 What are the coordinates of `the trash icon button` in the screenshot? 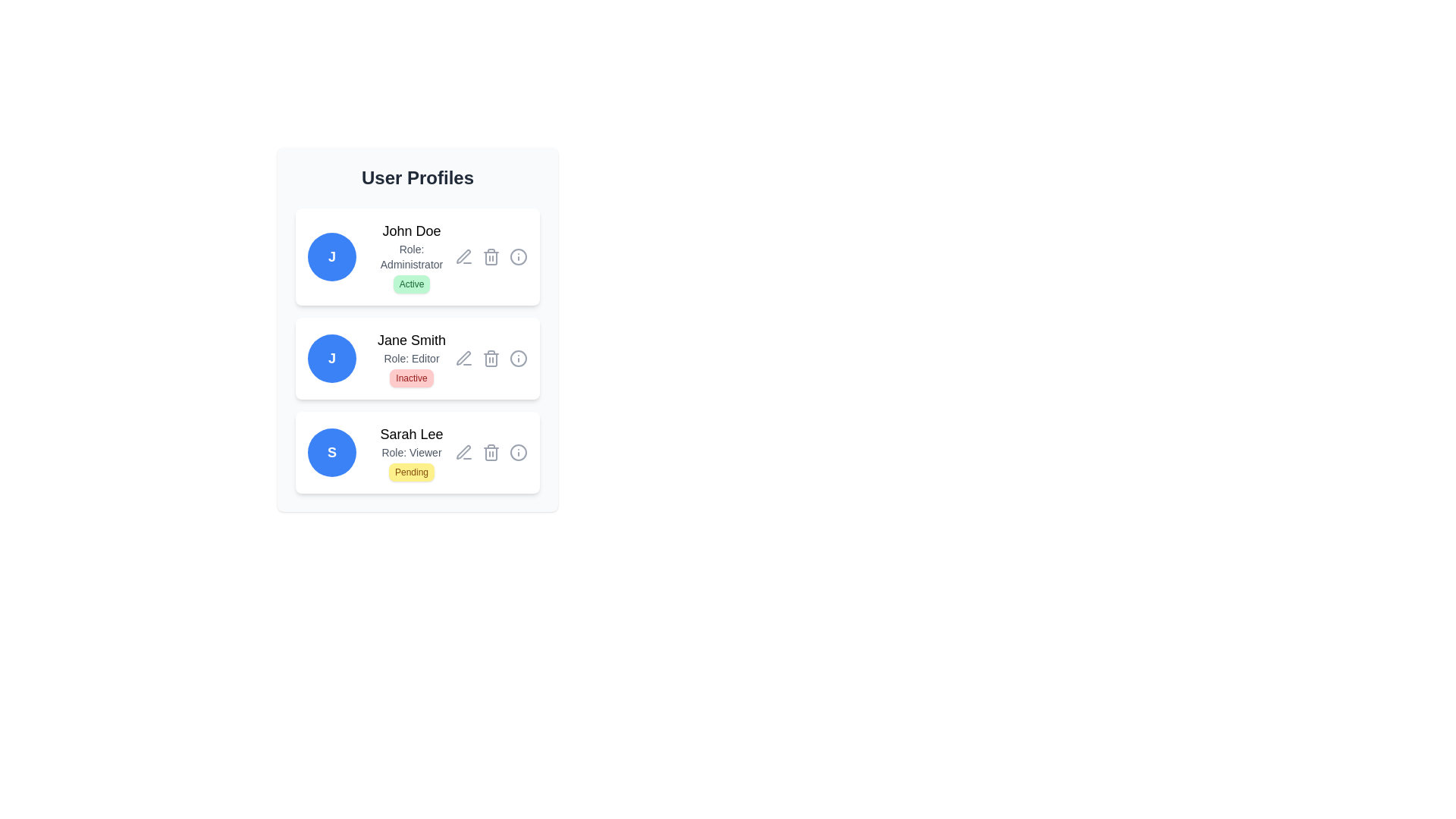 It's located at (491, 256).